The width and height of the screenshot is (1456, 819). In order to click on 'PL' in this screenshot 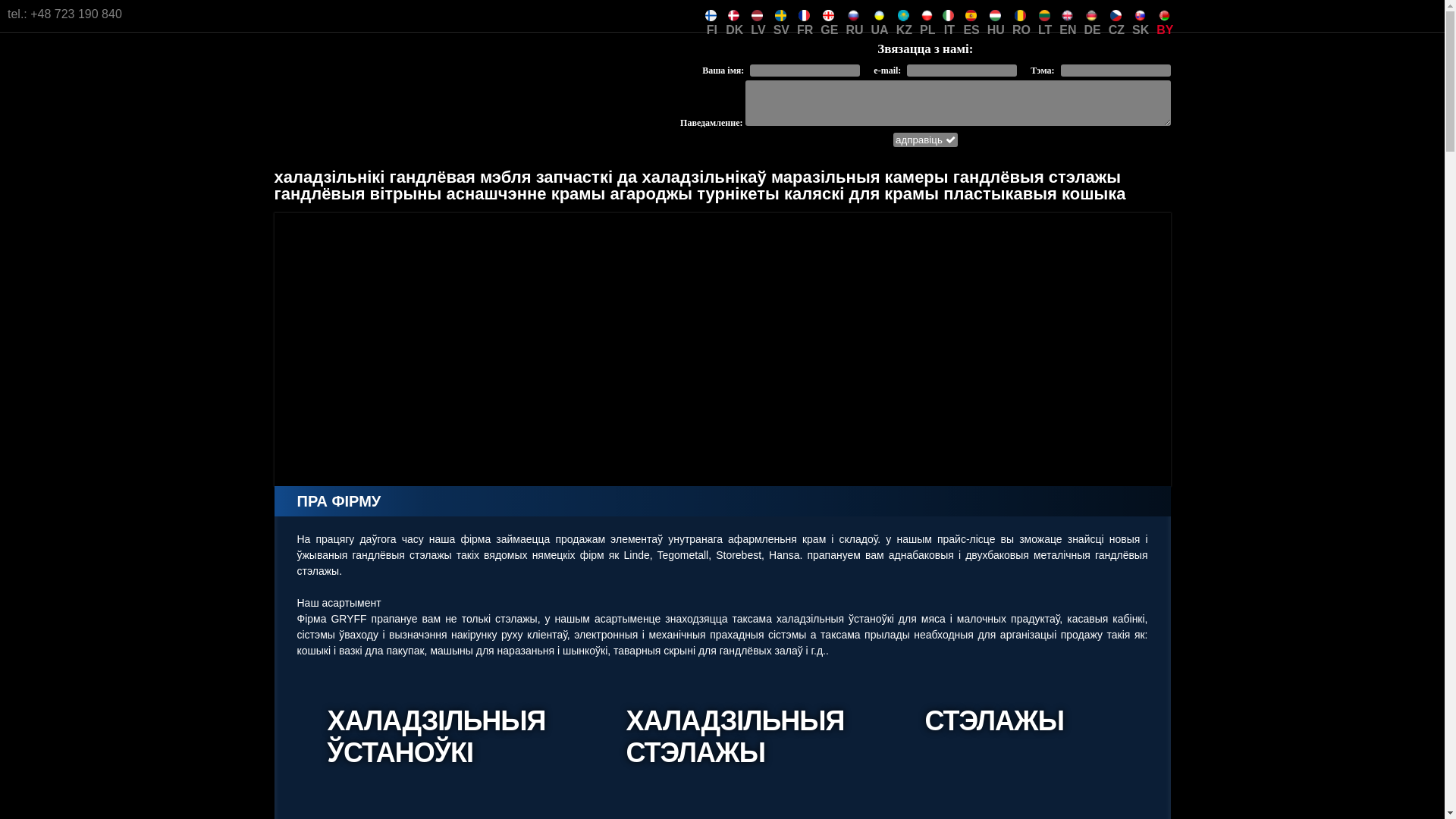, I will do `click(919, 14)`.